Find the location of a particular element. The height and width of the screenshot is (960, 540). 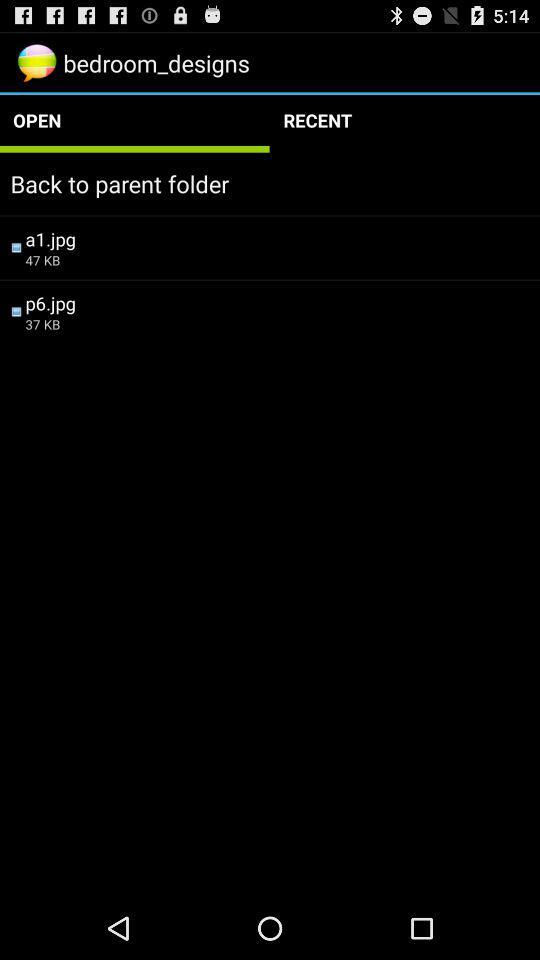

icon above the a1.jpg item is located at coordinates (270, 183).